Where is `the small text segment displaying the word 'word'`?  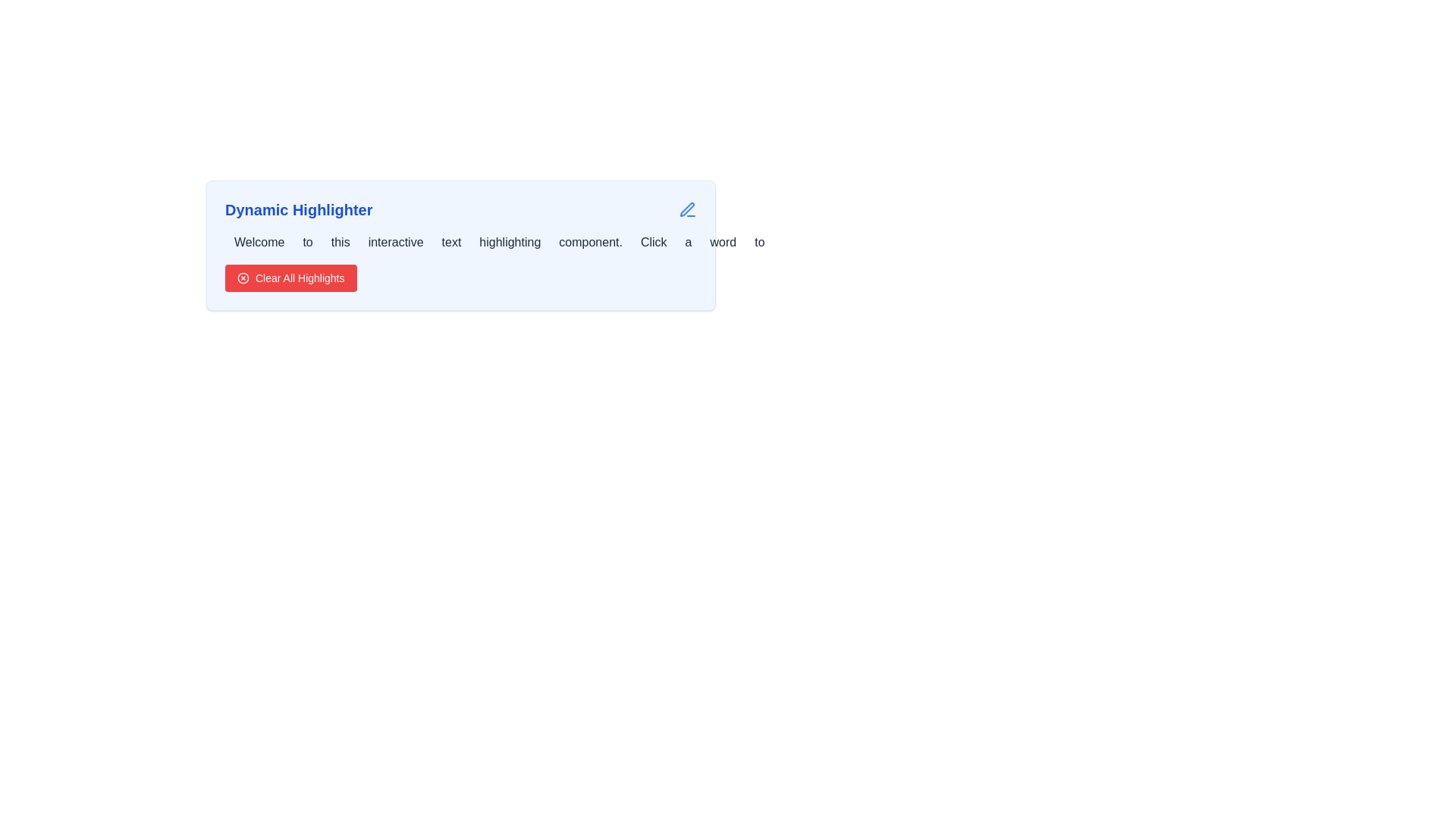
the small text segment displaying the word 'word' is located at coordinates (722, 241).